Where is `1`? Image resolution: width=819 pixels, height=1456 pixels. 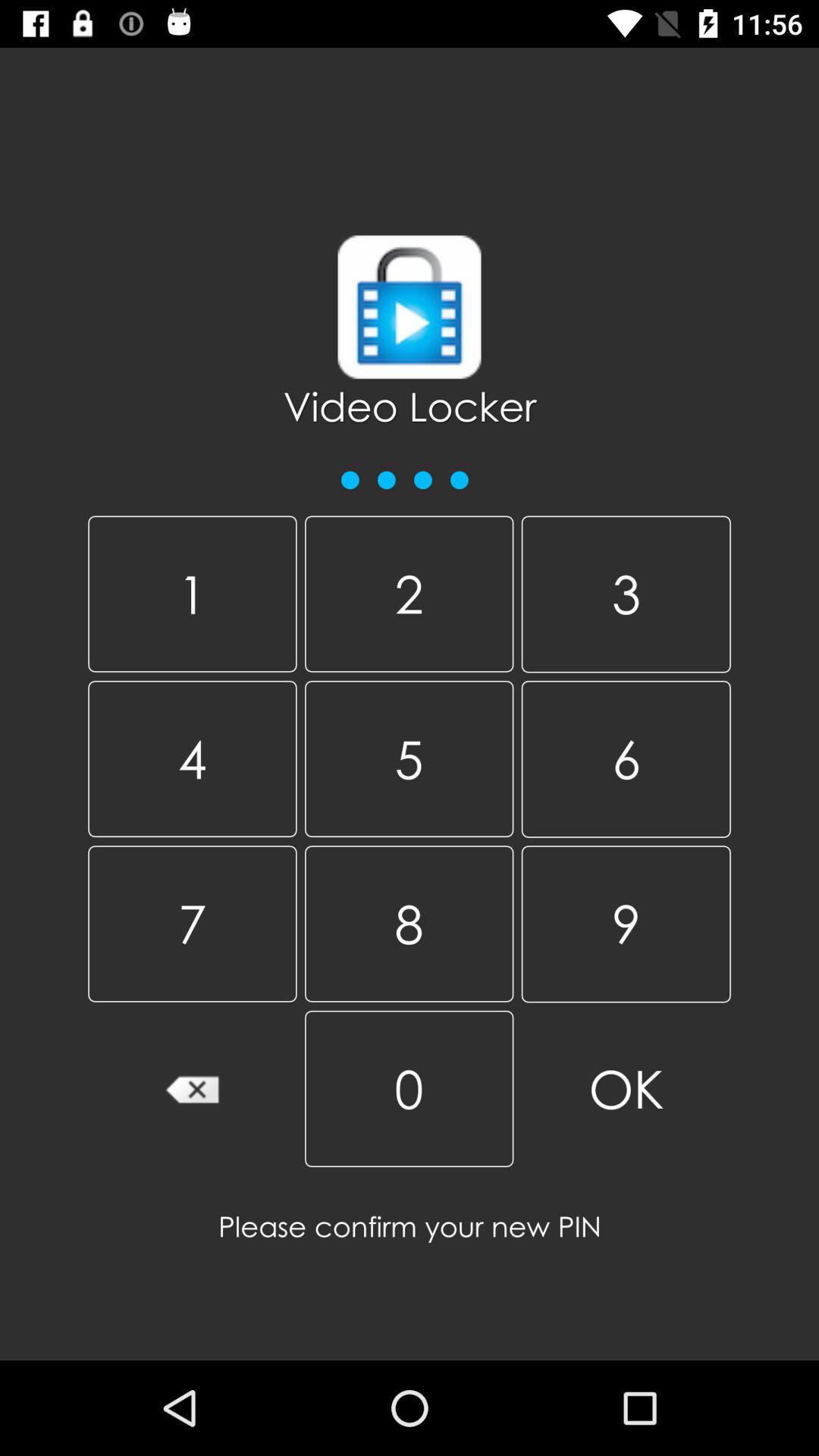 1 is located at coordinates (191, 593).